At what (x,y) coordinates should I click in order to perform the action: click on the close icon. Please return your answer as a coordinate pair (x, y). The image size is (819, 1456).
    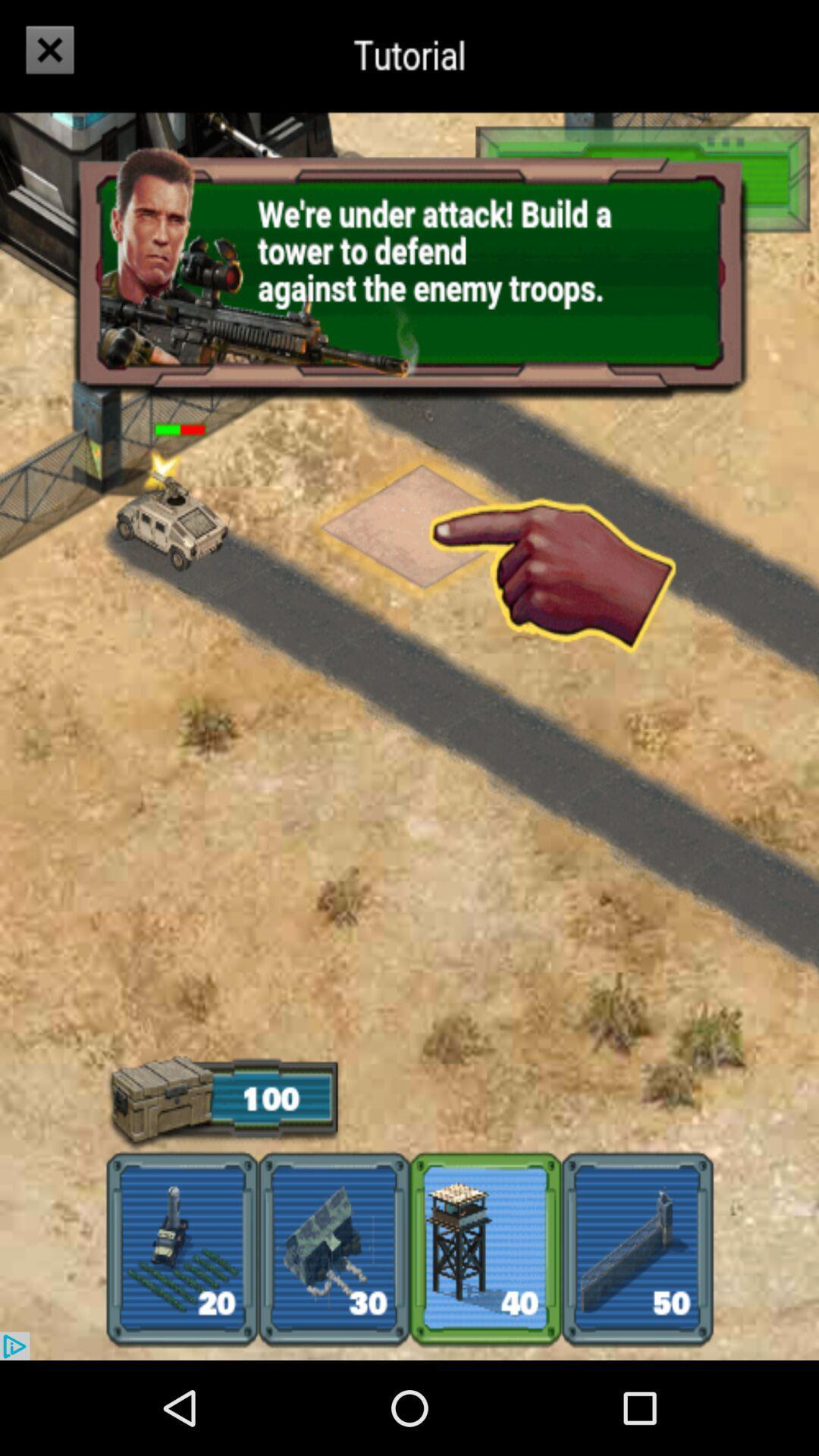
    Looking at the image, I should click on (58, 63).